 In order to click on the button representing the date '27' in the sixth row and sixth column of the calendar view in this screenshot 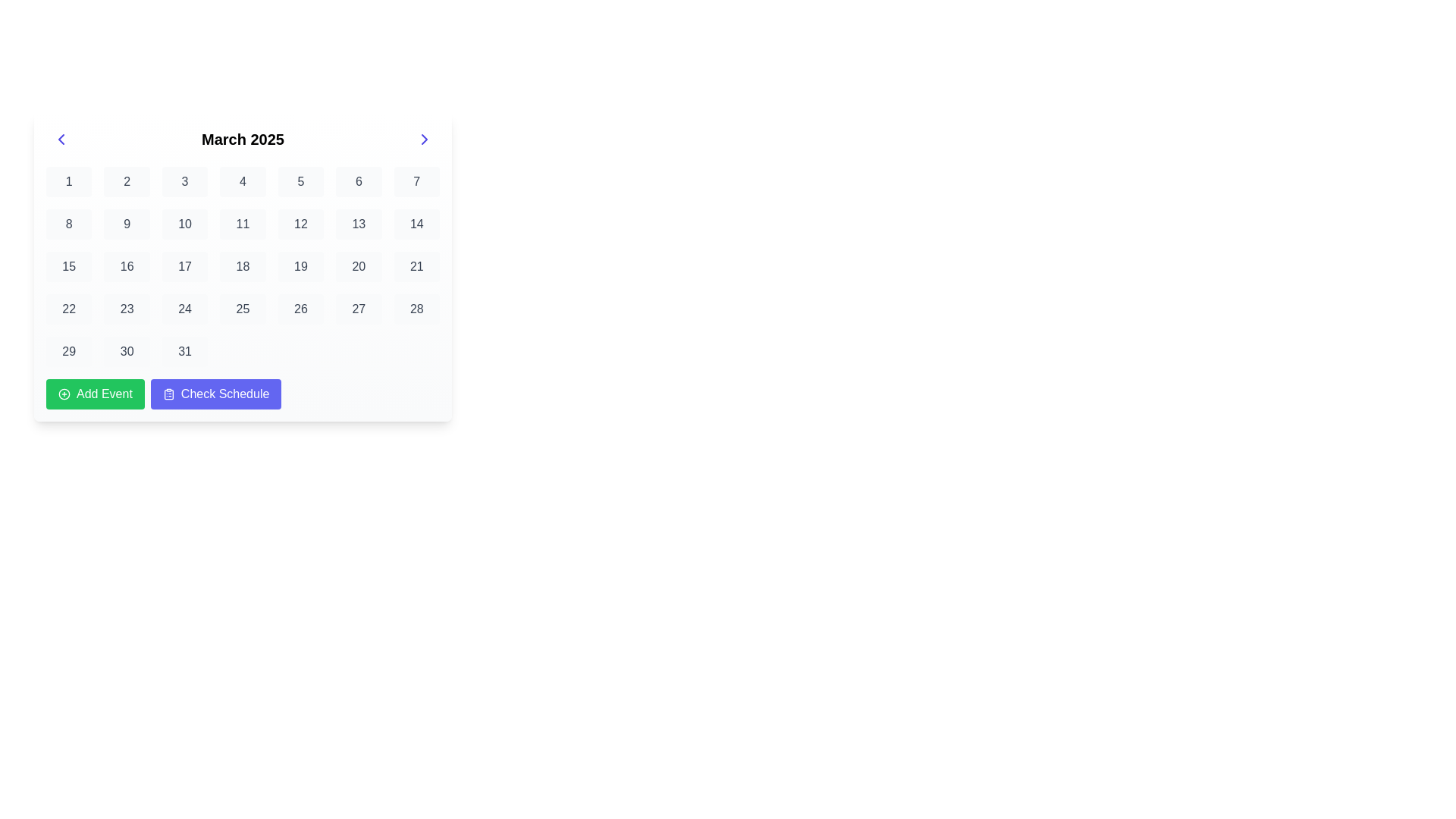, I will do `click(358, 309)`.